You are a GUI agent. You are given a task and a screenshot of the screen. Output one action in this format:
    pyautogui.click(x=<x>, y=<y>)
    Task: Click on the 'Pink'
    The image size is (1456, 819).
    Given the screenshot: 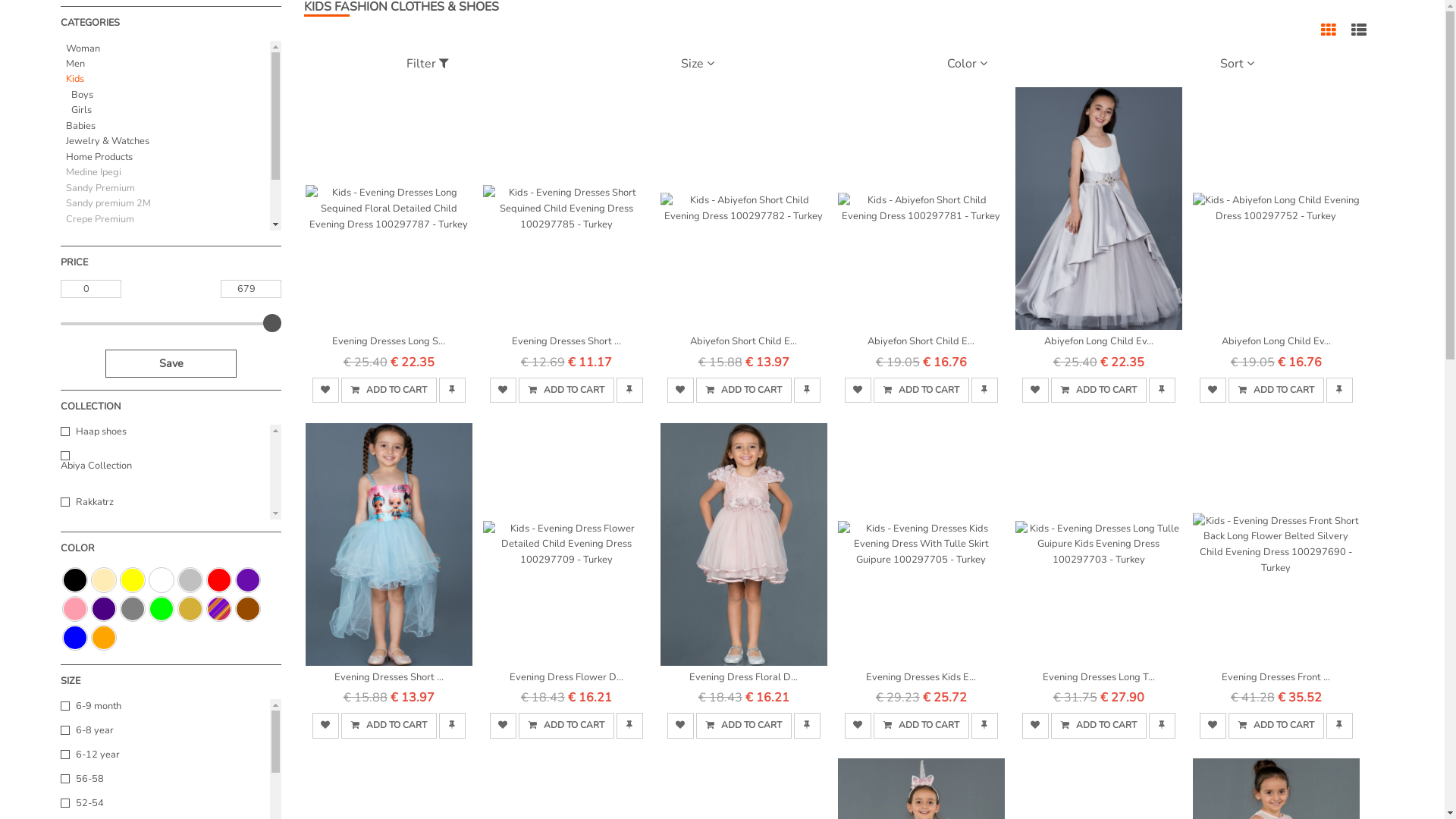 What is the action you would take?
    pyautogui.click(x=74, y=607)
    